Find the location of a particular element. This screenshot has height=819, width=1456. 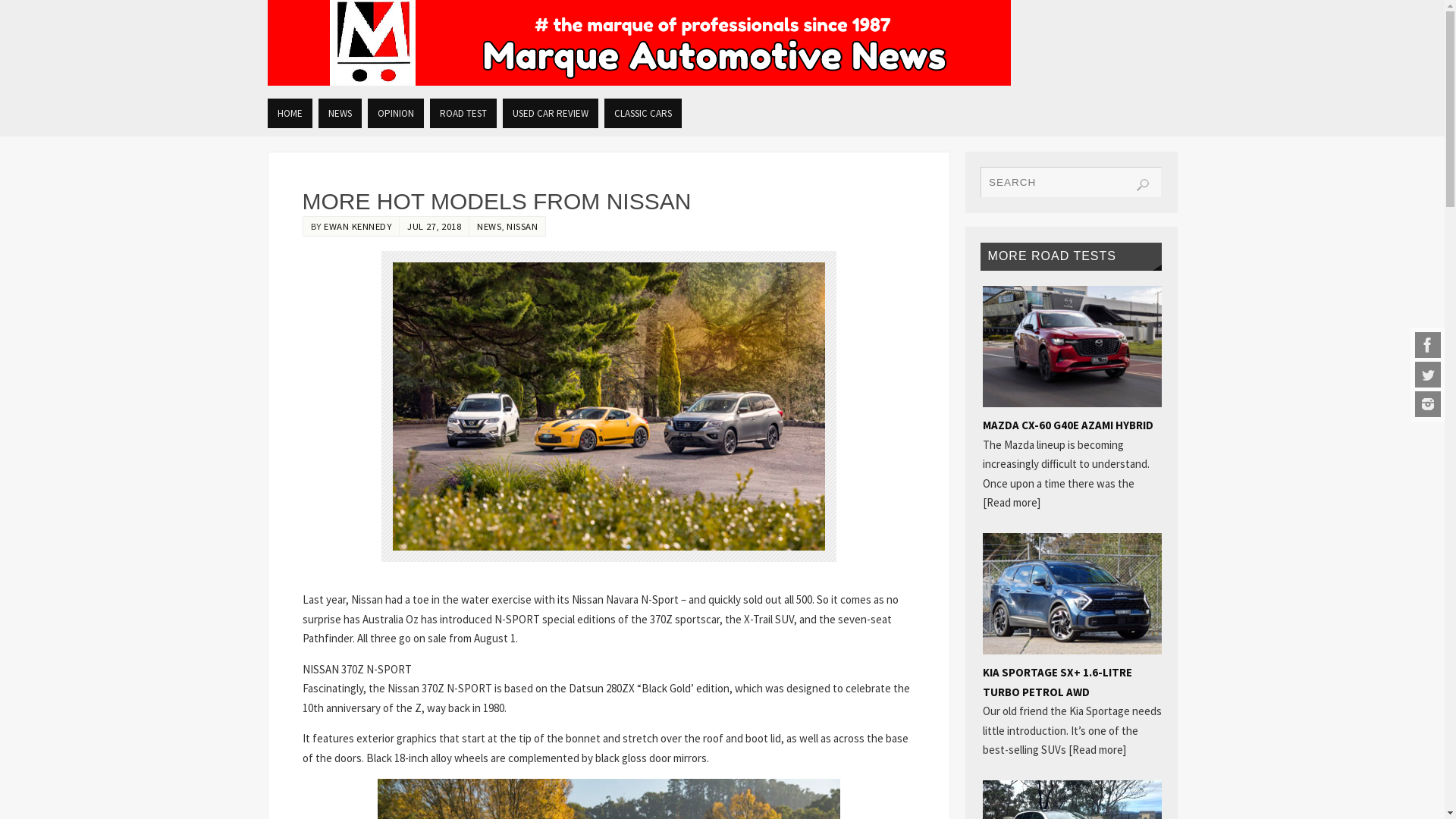

'USED CAR REVIEW' is located at coordinates (548, 112).